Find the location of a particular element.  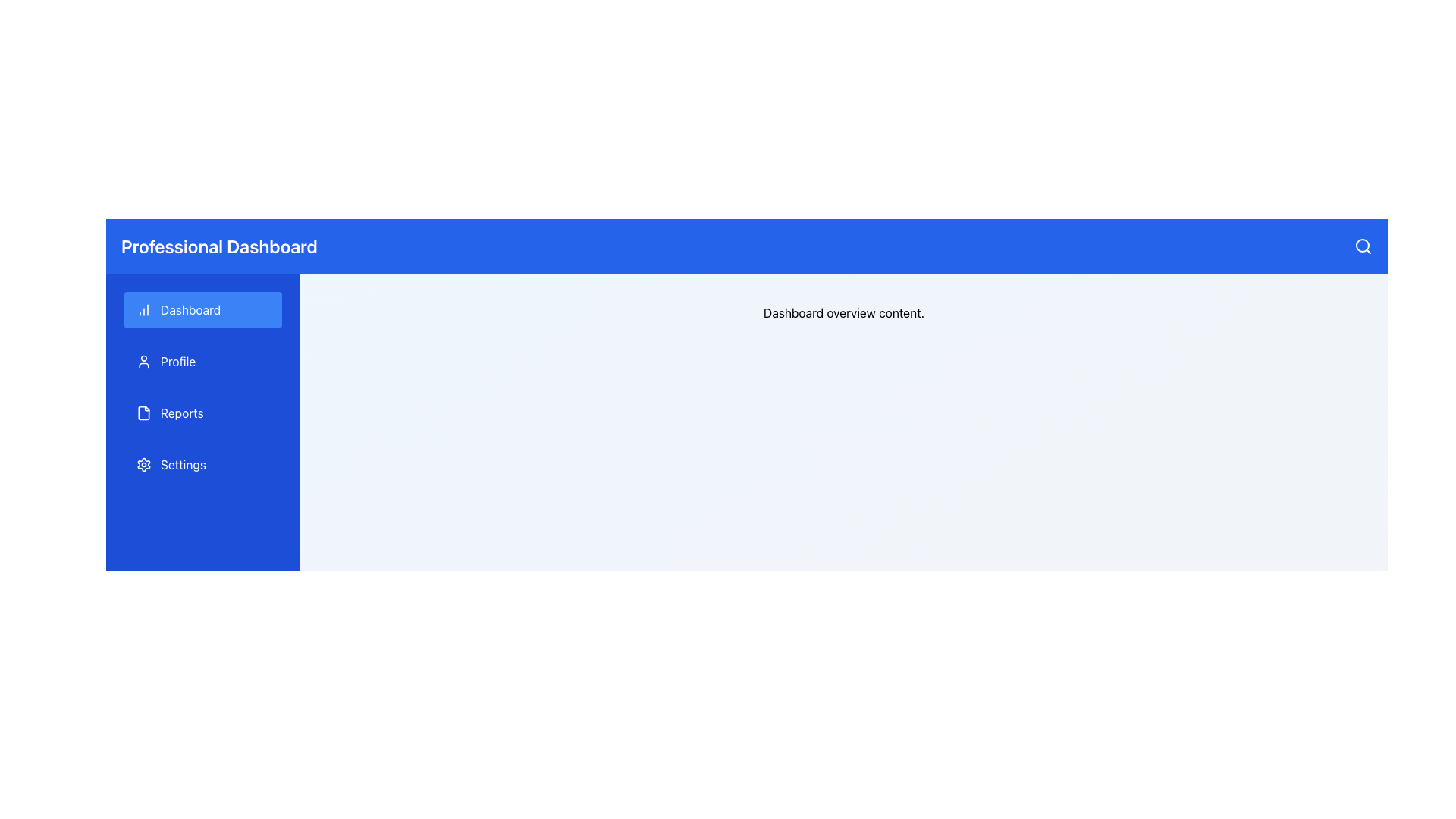

text from the Text Label element displaying 'Dashboard overview content.' which is located near the top of the main content area, horizontally centered below the blue navigation bar is located at coordinates (843, 312).